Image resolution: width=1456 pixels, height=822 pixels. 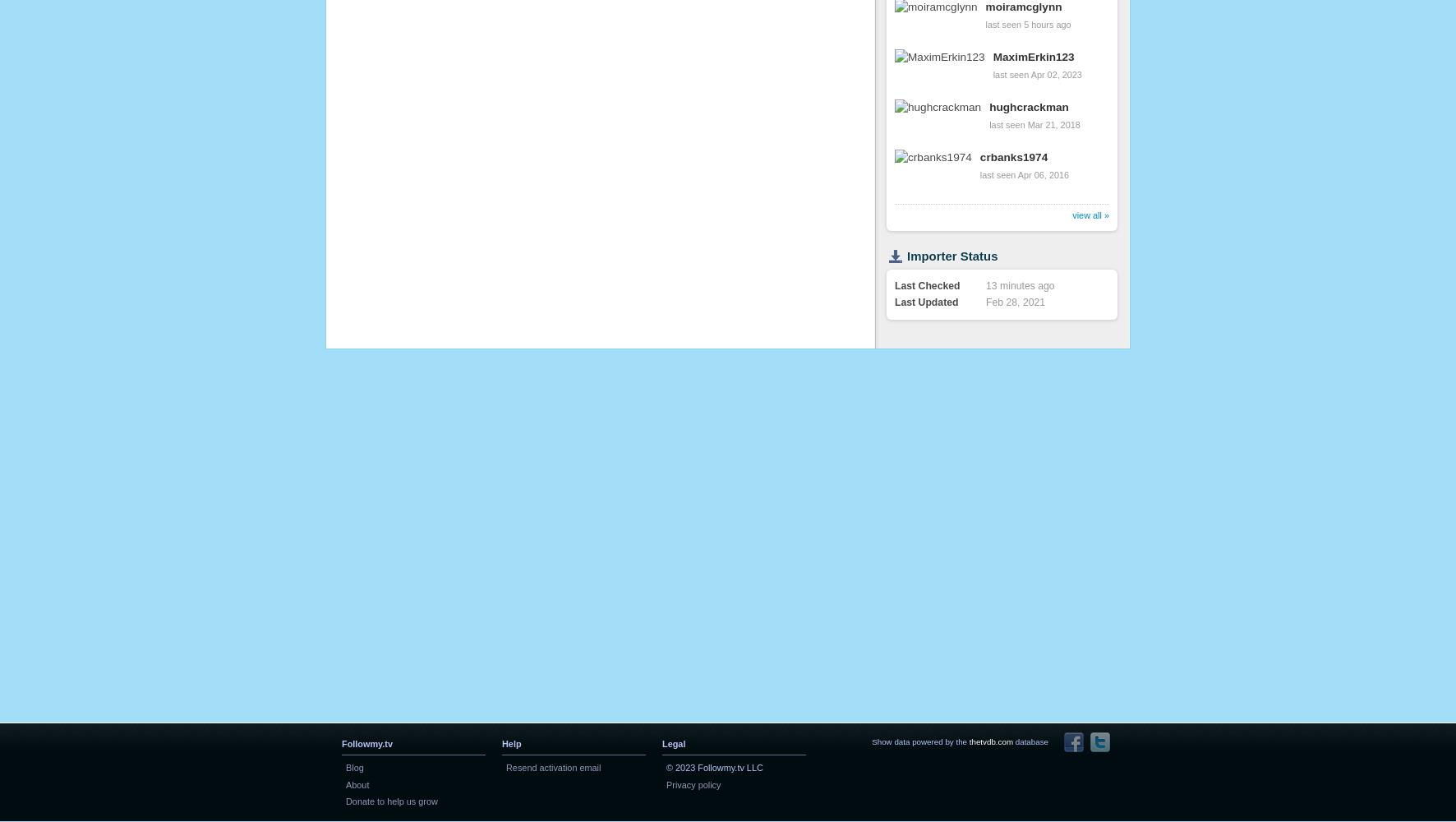 I want to click on '© 2023 Followmy.tv LLC', so click(x=714, y=768).